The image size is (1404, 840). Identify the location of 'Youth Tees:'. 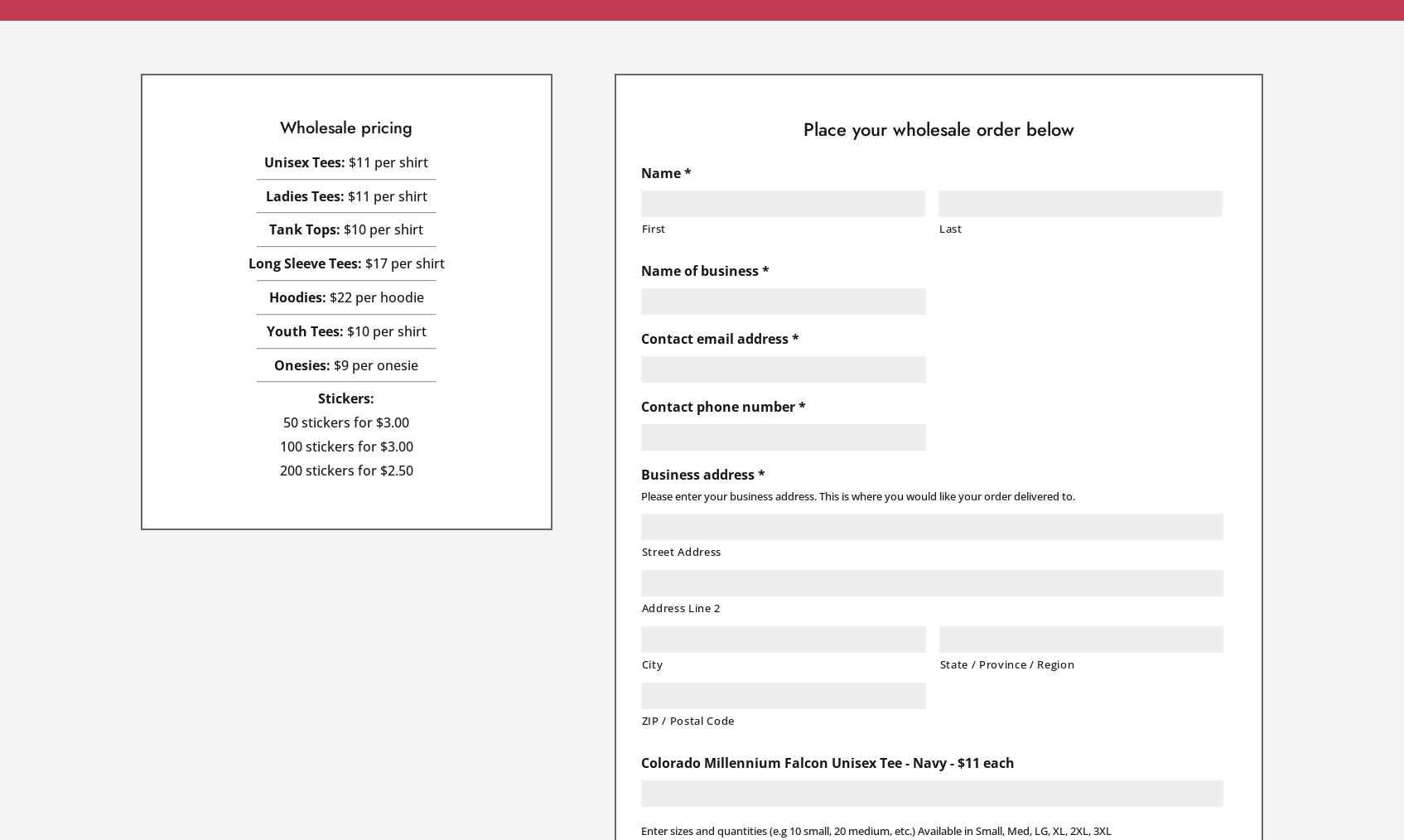
(303, 330).